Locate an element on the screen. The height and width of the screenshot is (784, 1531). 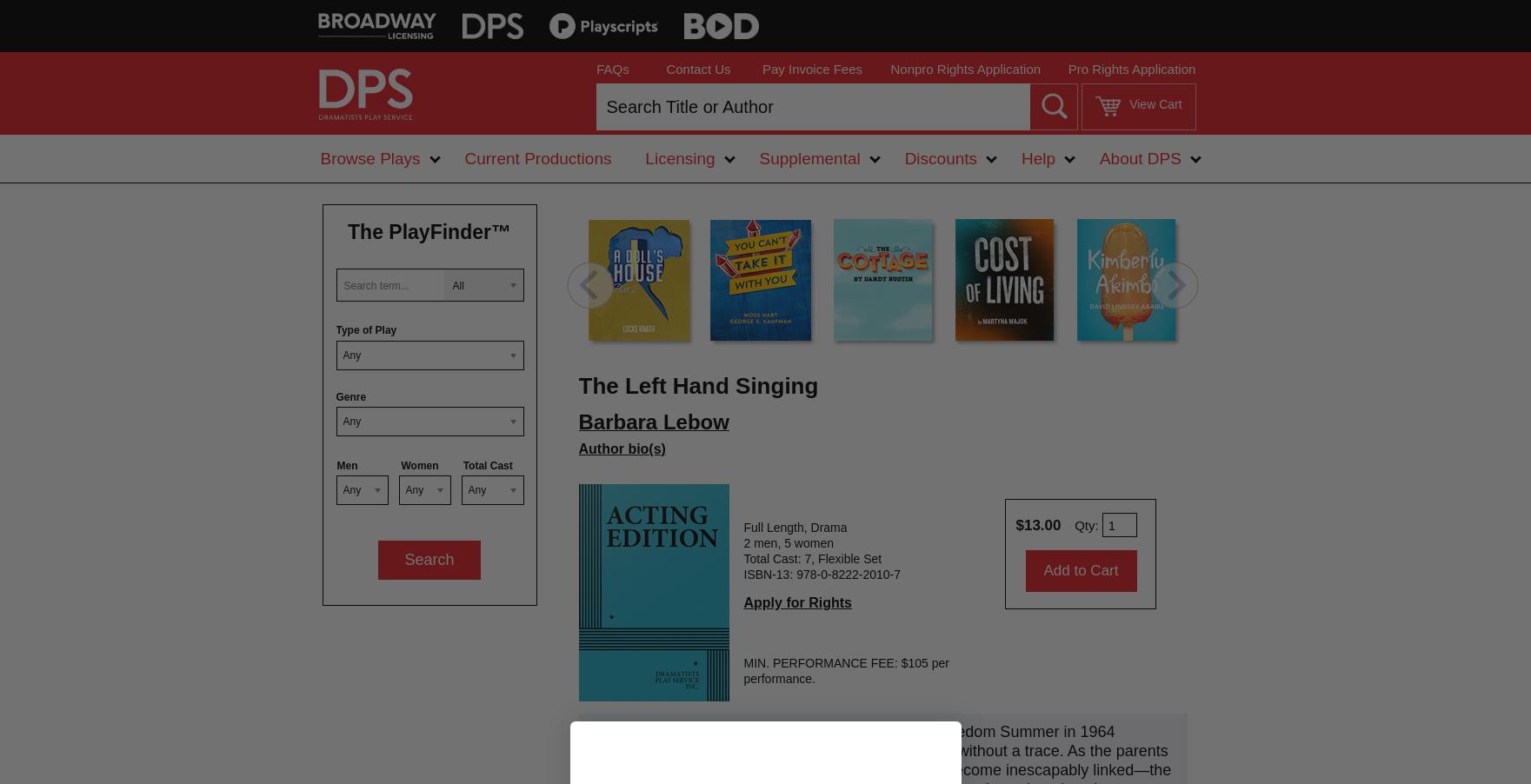
'View Cart' is located at coordinates (1155, 103).